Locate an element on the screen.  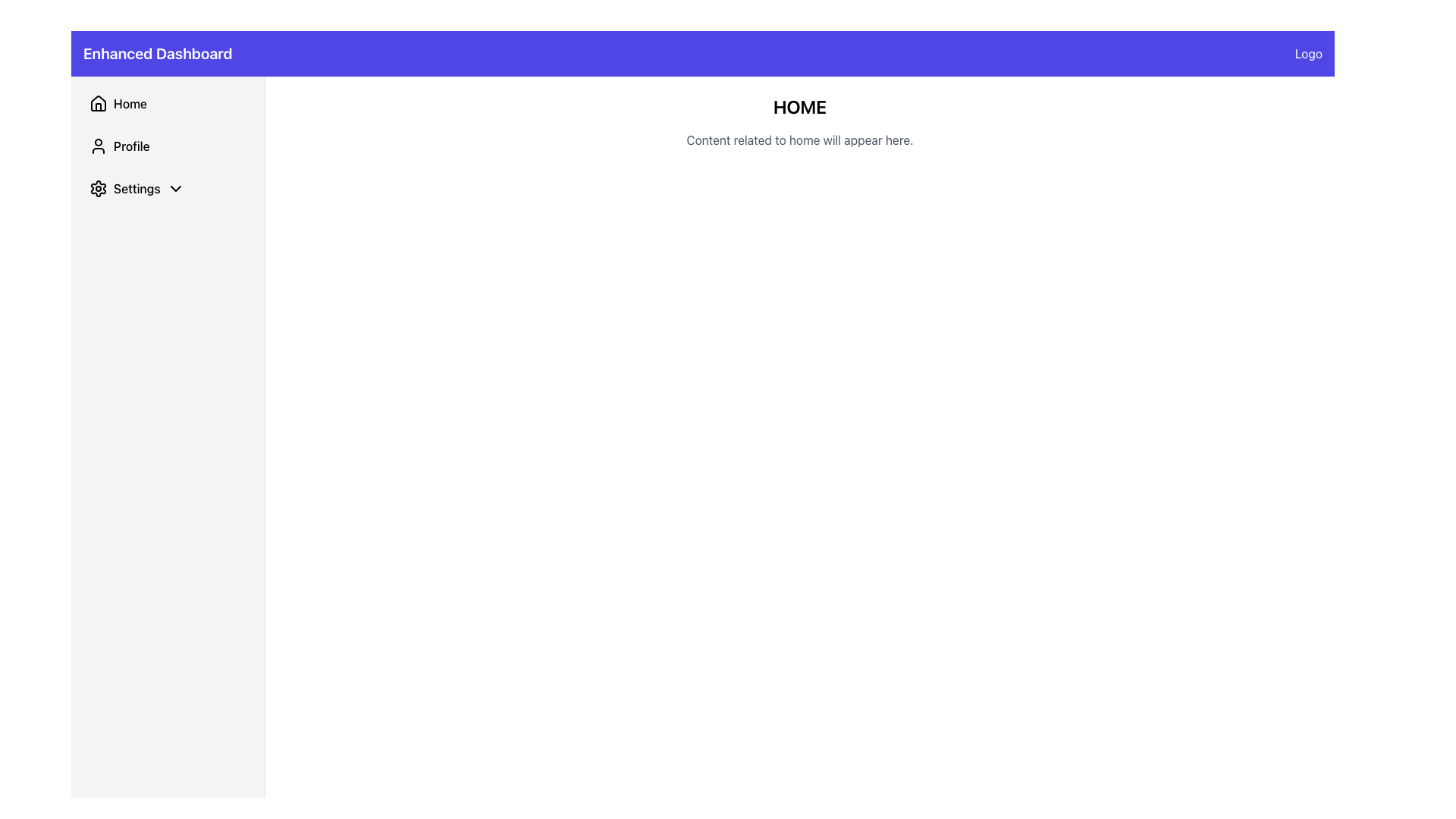
the 'Settings' menu item located at the bottom of the vertical navigation menu is located at coordinates (168, 188).